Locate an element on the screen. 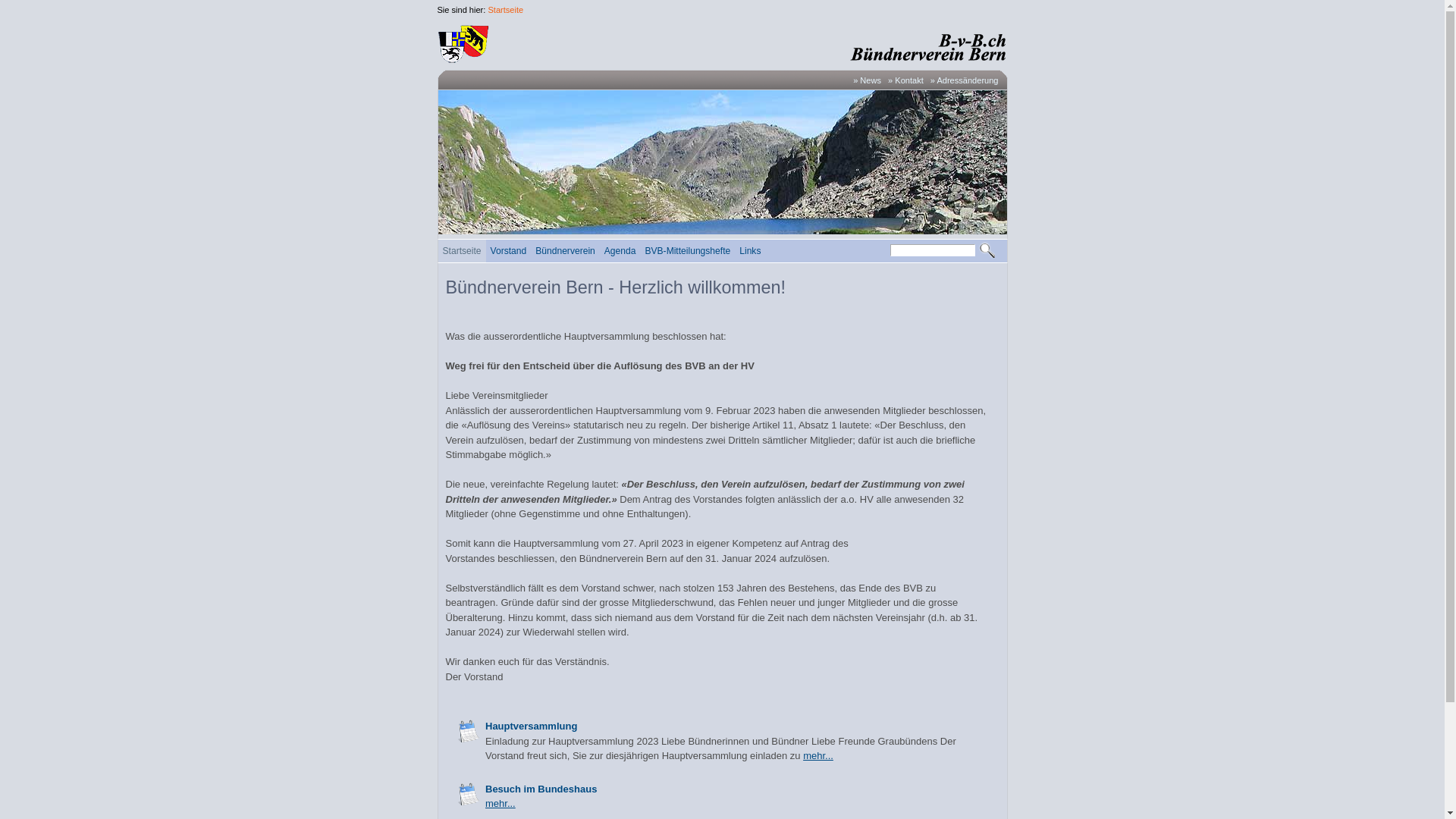  'Hauptversammlung' is located at coordinates (531, 725).